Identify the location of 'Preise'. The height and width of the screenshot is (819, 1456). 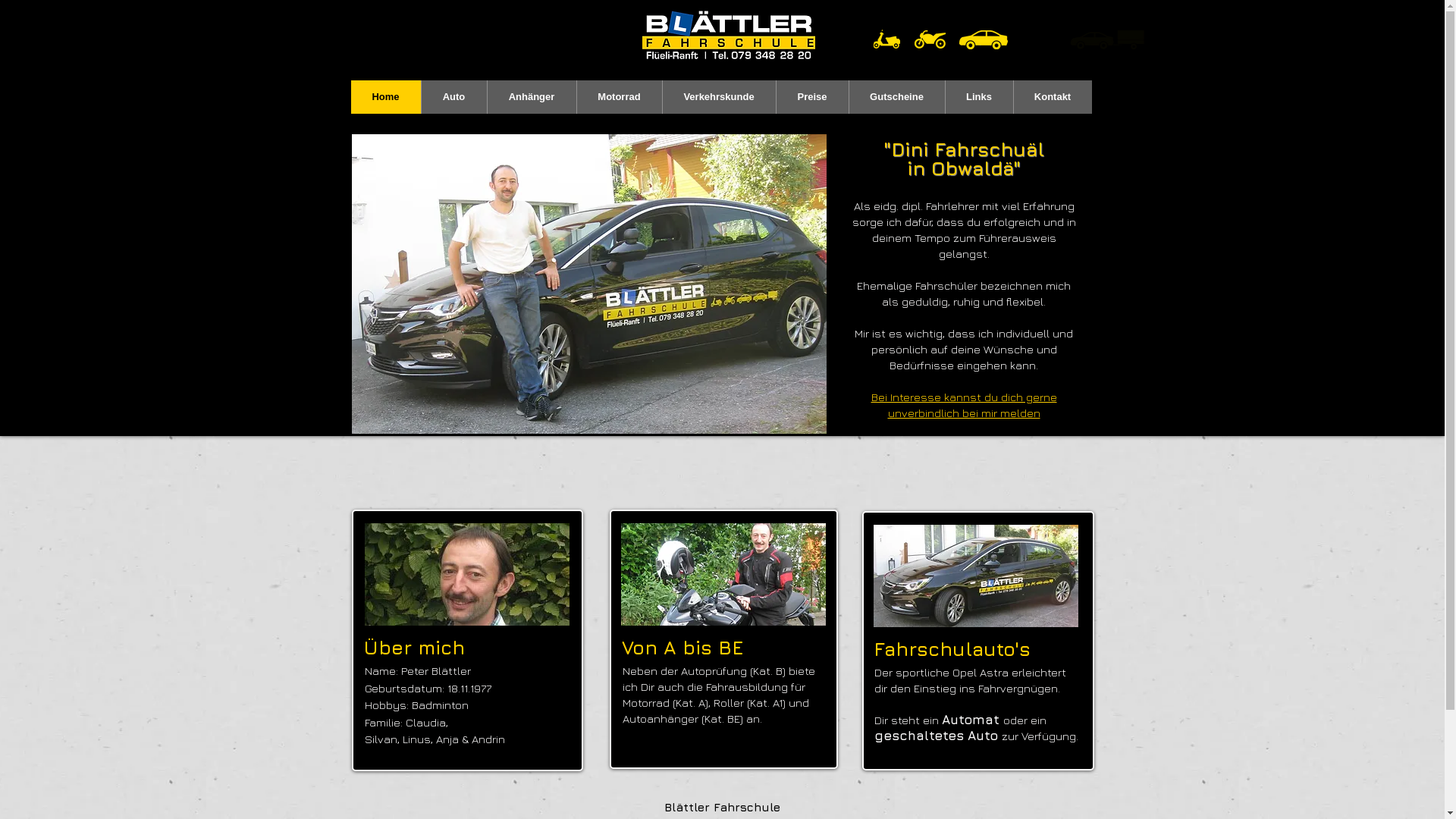
(811, 96).